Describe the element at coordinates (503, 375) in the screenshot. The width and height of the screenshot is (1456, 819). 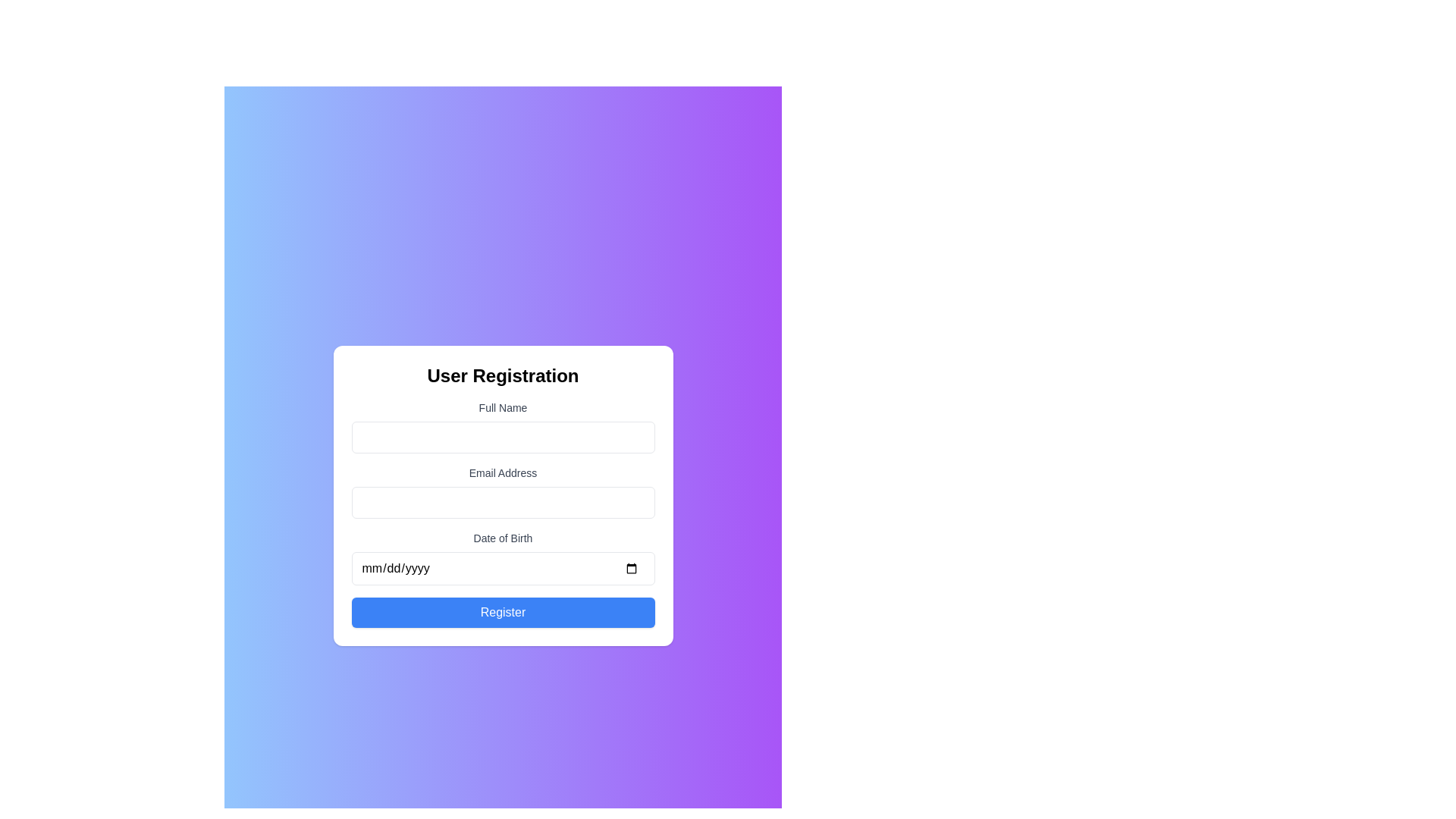
I see `the bold and centered text header displaying 'User Registration', which is positioned at the top of the form panel above the input fields and the 'Register' button` at that location.